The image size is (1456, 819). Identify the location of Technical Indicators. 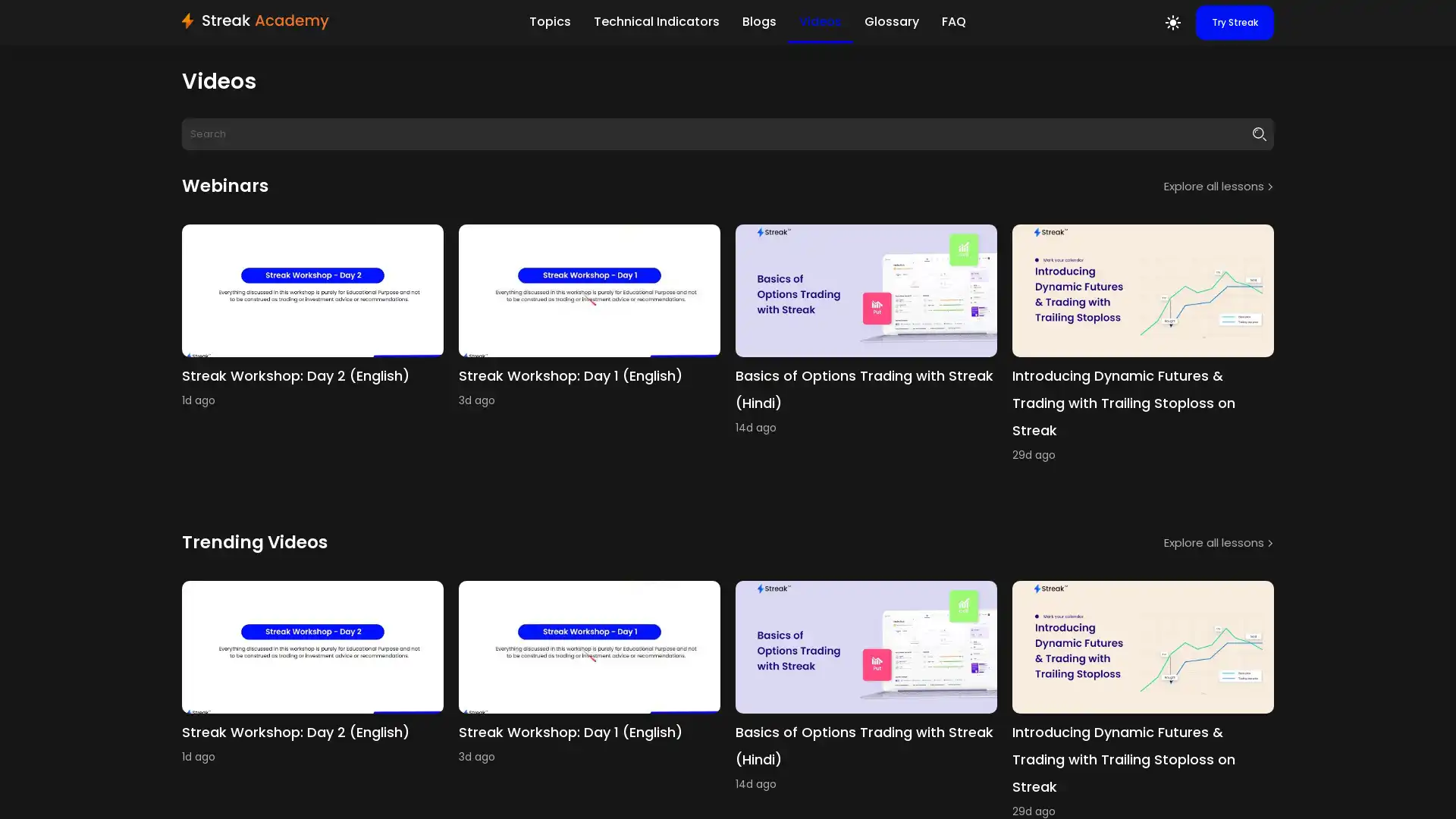
(655, 20).